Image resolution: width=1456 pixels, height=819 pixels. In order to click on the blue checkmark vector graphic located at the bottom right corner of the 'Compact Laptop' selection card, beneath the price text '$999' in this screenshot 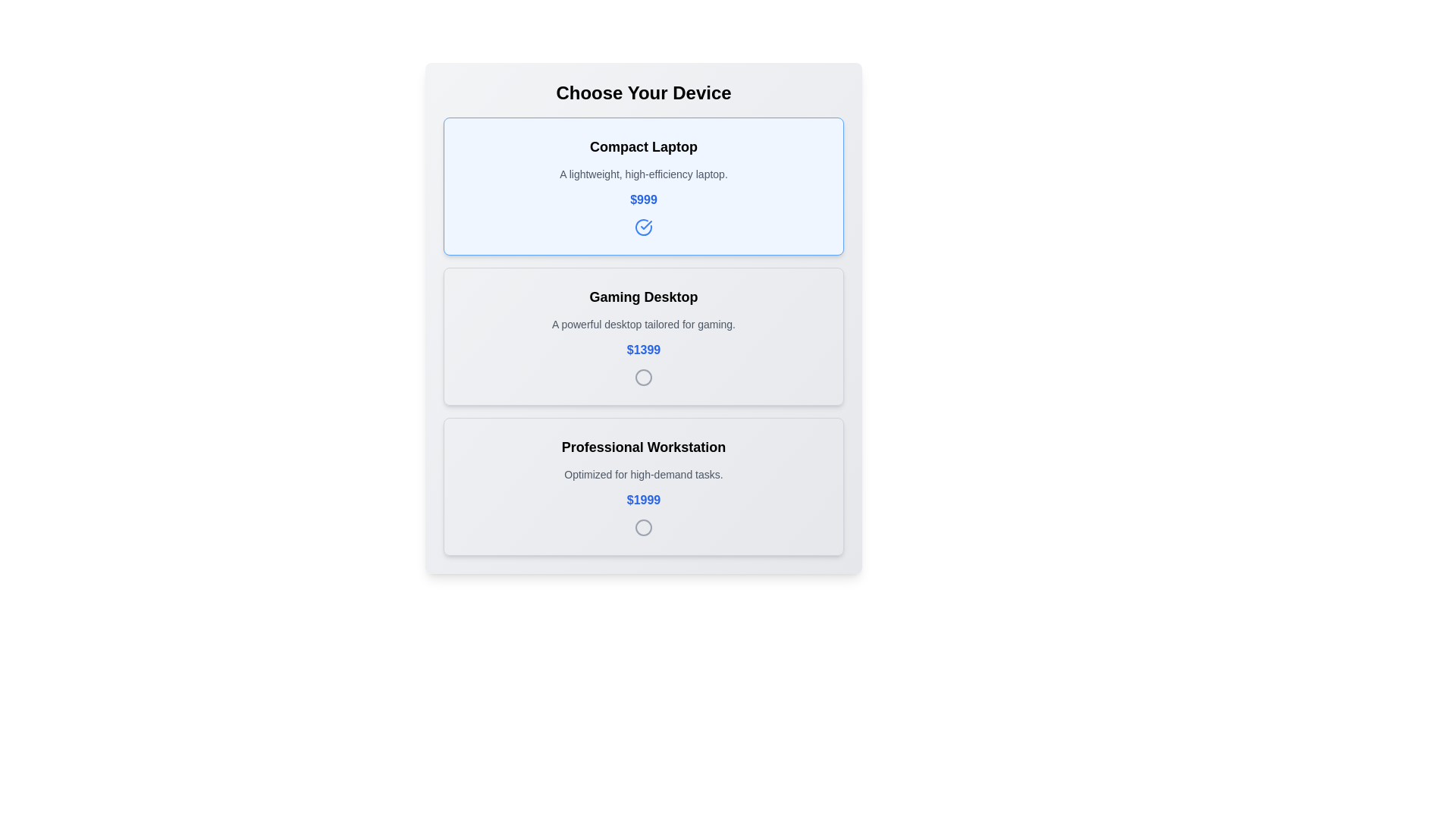, I will do `click(646, 225)`.